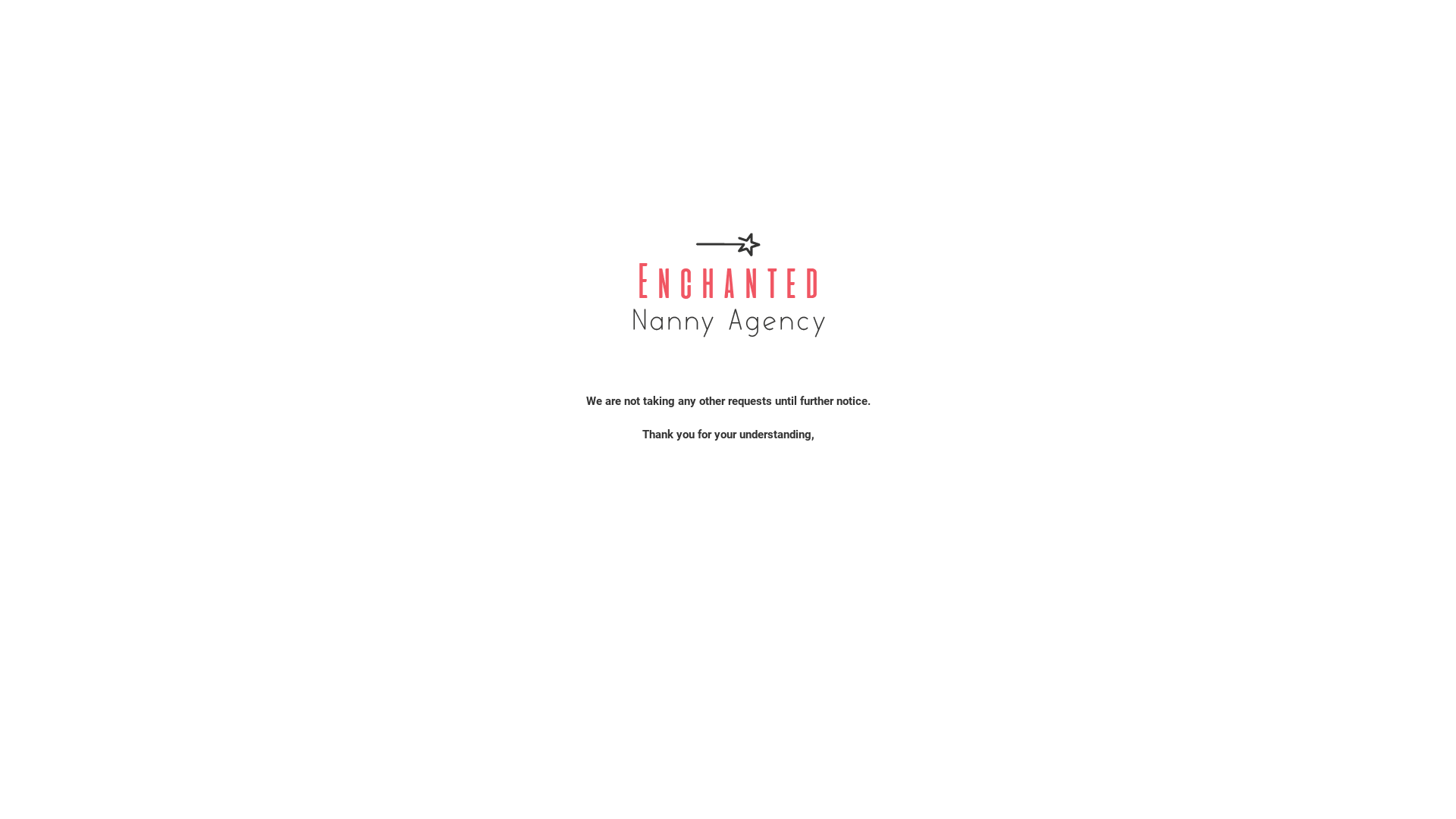 This screenshot has height=819, width=1456. Describe the element at coordinates (728, 283) in the screenshot. I see `'Artboard 3 copy'` at that location.